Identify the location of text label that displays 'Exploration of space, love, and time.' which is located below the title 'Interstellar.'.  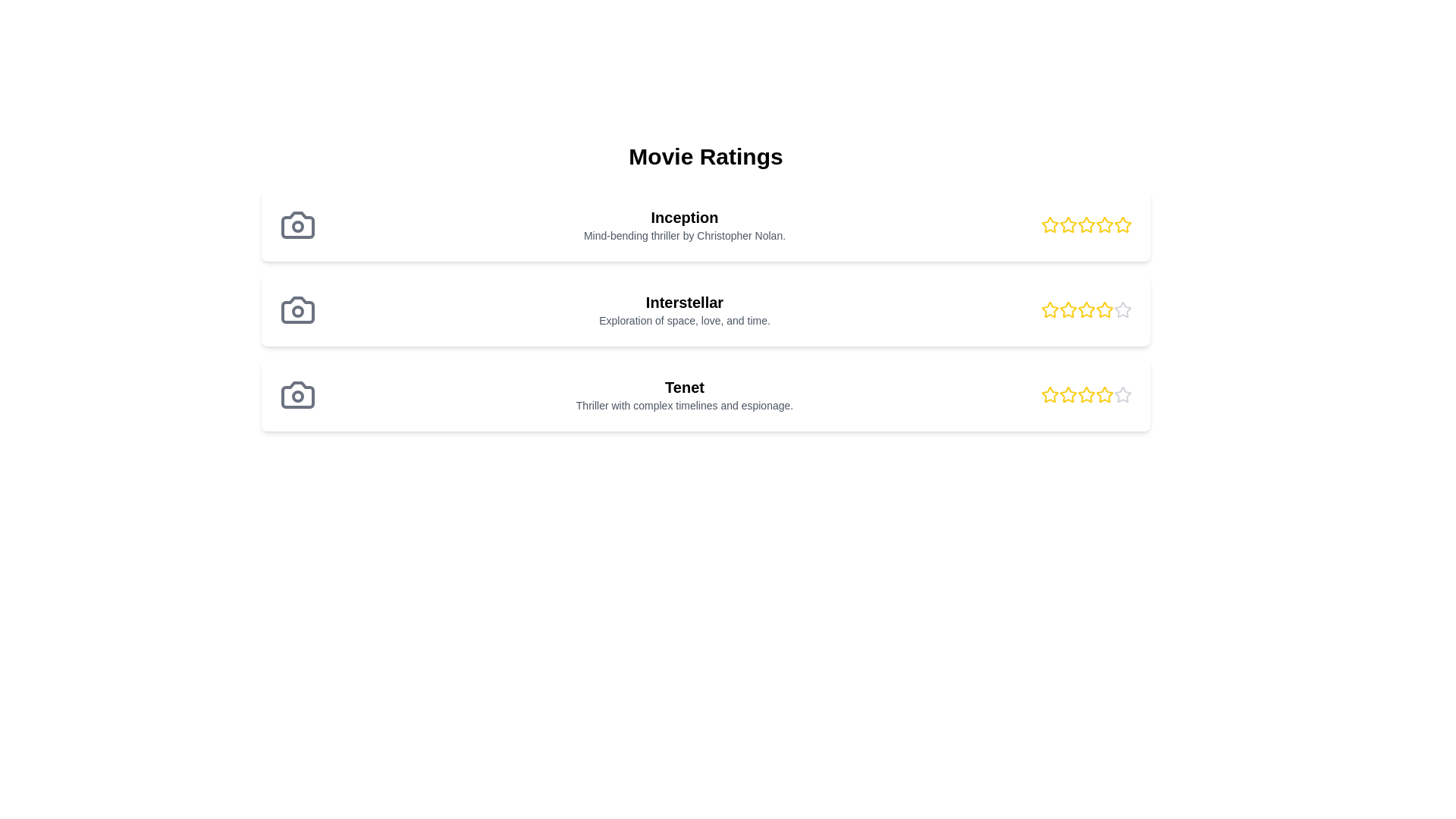
(683, 320).